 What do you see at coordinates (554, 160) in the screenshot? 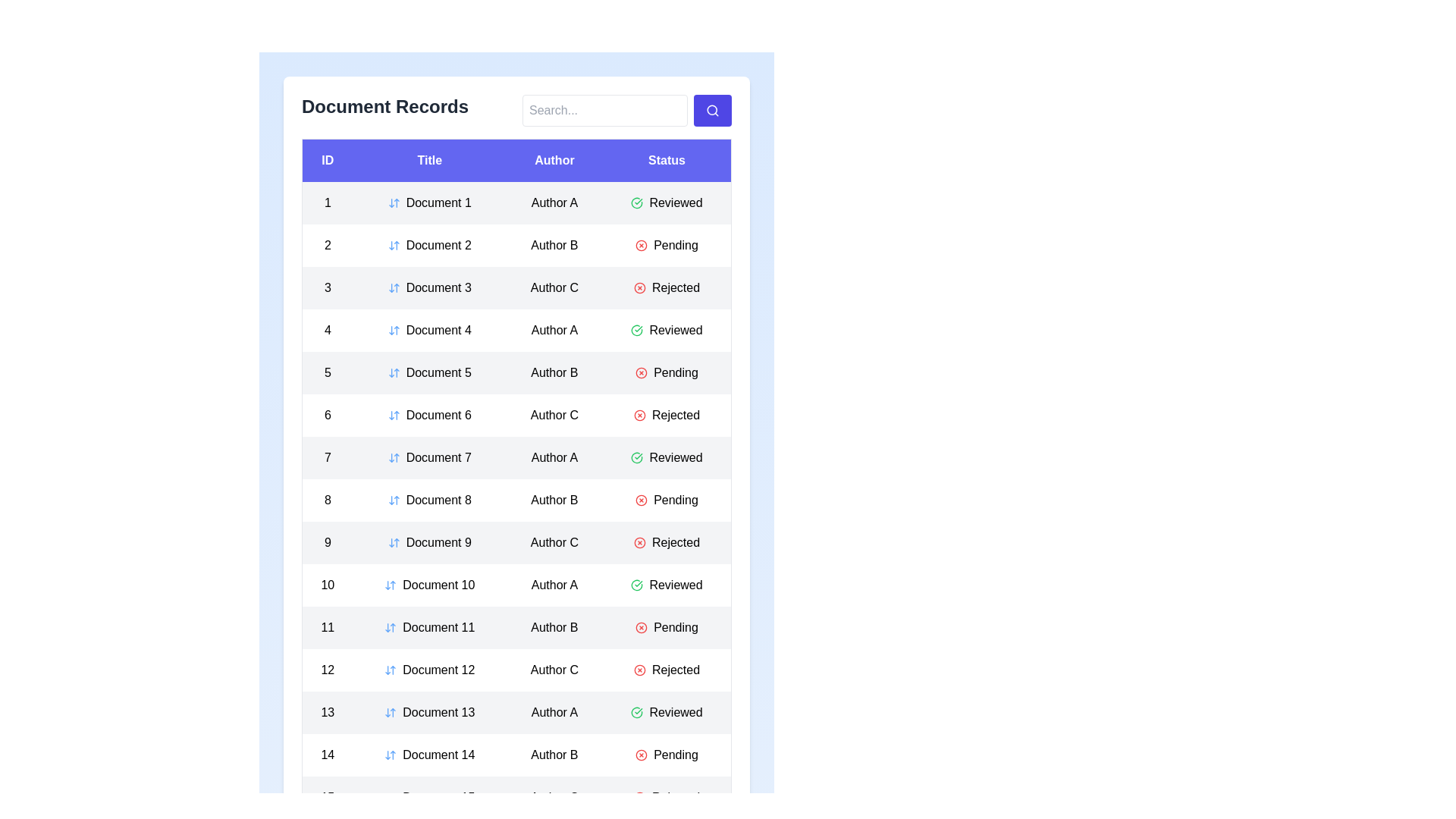
I see `the column header to sort the table by Author` at bounding box center [554, 160].